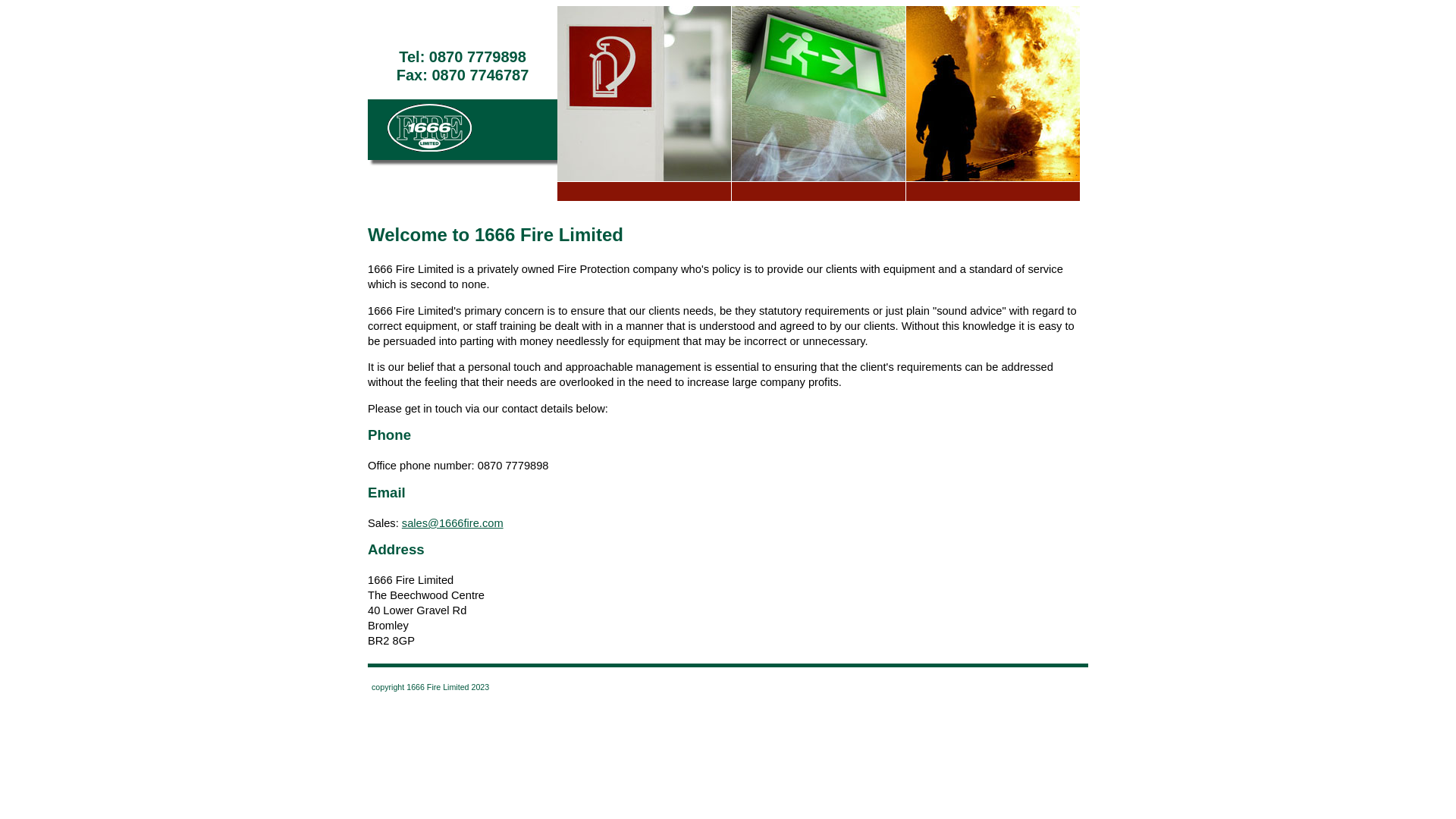 This screenshot has height=819, width=1456. What do you see at coordinates (451, 522) in the screenshot?
I see `'sales@1666fire.com'` at bounding box center [451, 522].